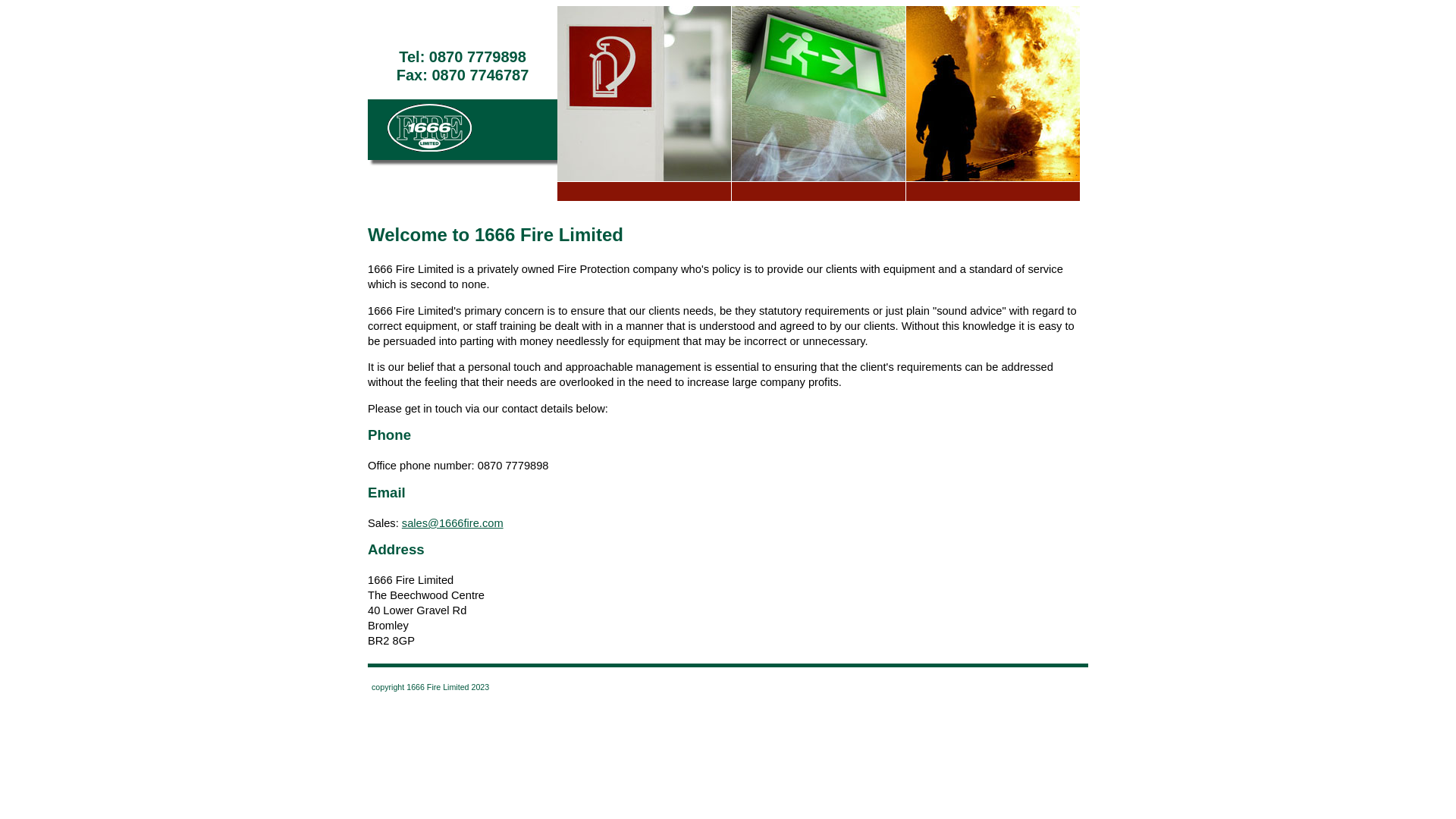 This screenshot has height=819, width=1456. What do you see at coordinates (451, 522) in the screenshot?
I see `'sales@1666fire.com'` at bounding box center [451, 522].